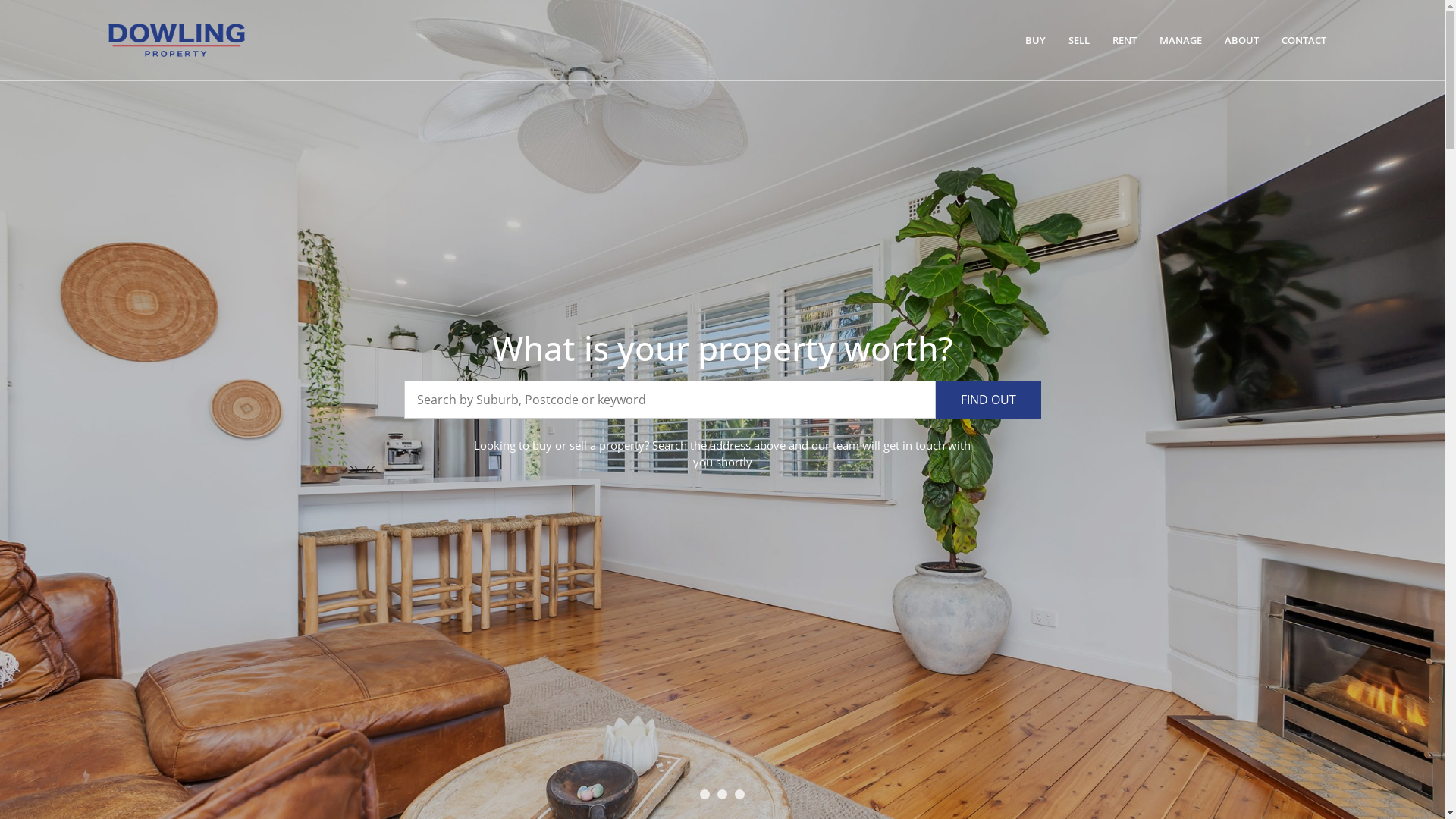  Describe the element at coordinates (1303, 39) in the screenshot. I see `'CONTACT'` at that location.